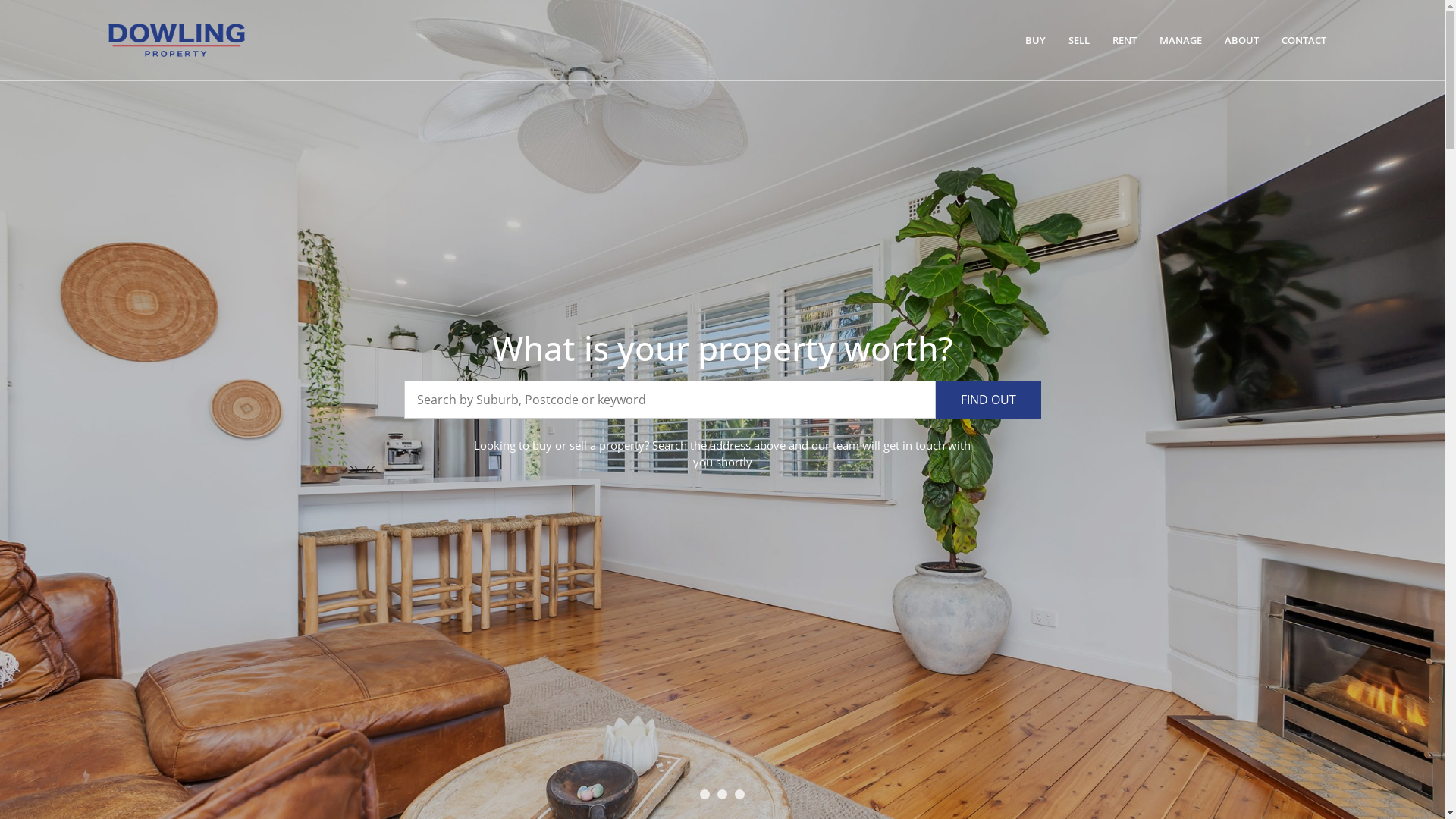  Describe the element at coordinates (1303, 39) in the screenshot. I see `'CONTACT'` at that location.